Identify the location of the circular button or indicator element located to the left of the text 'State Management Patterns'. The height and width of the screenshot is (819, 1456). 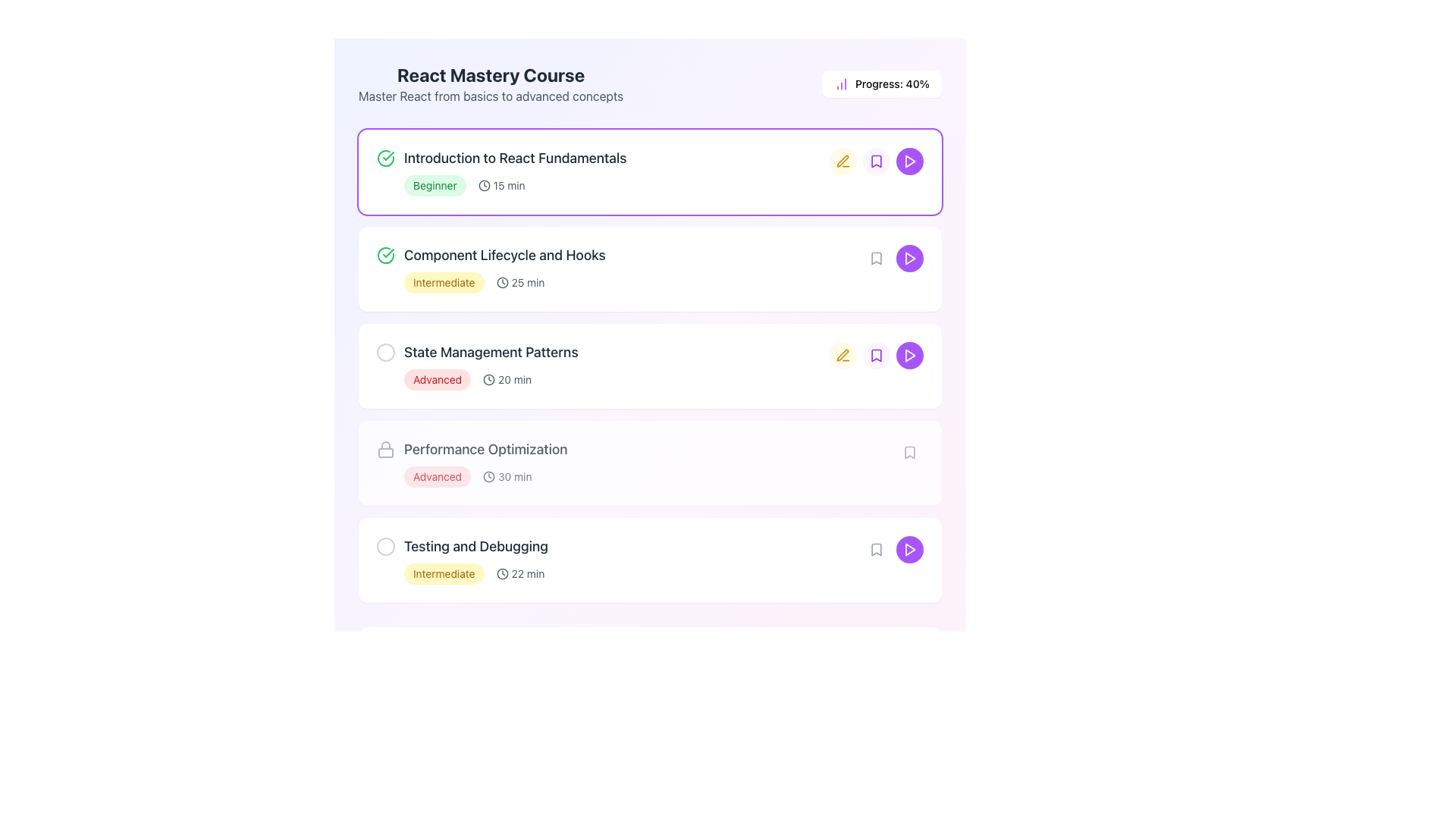
(385, 353).